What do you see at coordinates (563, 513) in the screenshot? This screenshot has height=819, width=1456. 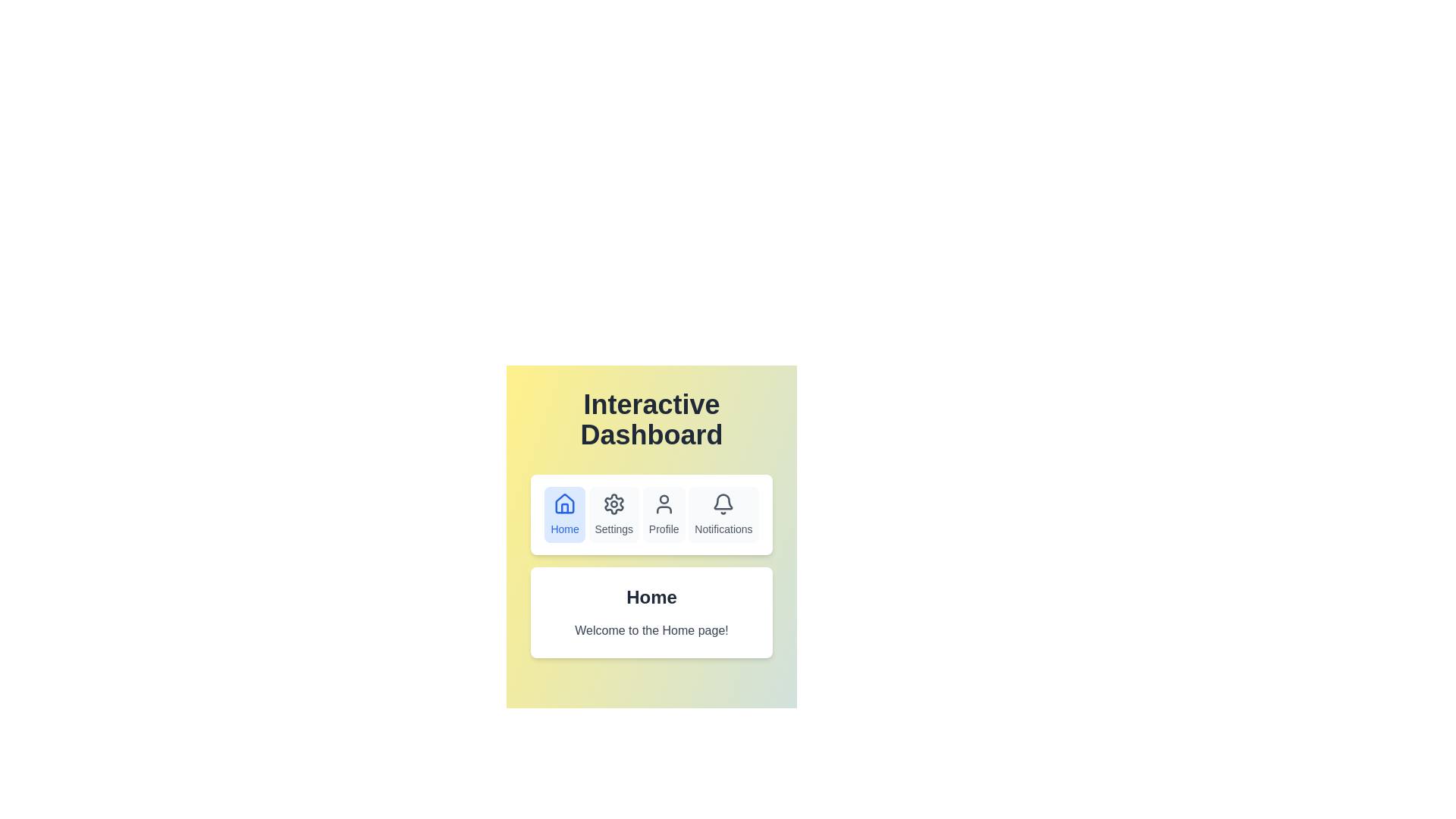 I see `the navigation bar buttons to observe their visual feedback. Specify the button name as Home` at bounding box center [563, 513].